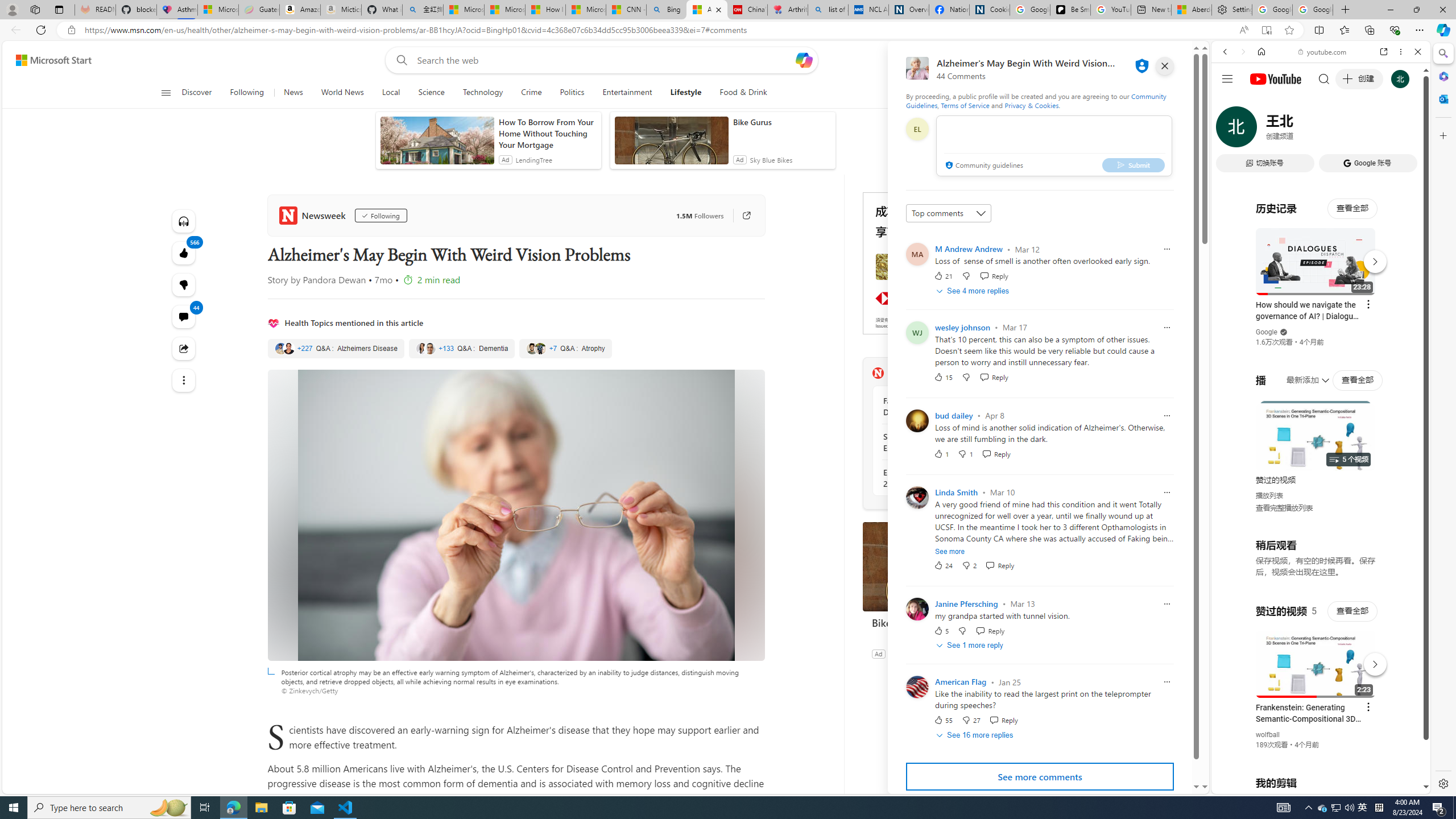 The height and width of the screenshot is (819, 1456). I want to click on 'Newsweek', so click(313, 215).